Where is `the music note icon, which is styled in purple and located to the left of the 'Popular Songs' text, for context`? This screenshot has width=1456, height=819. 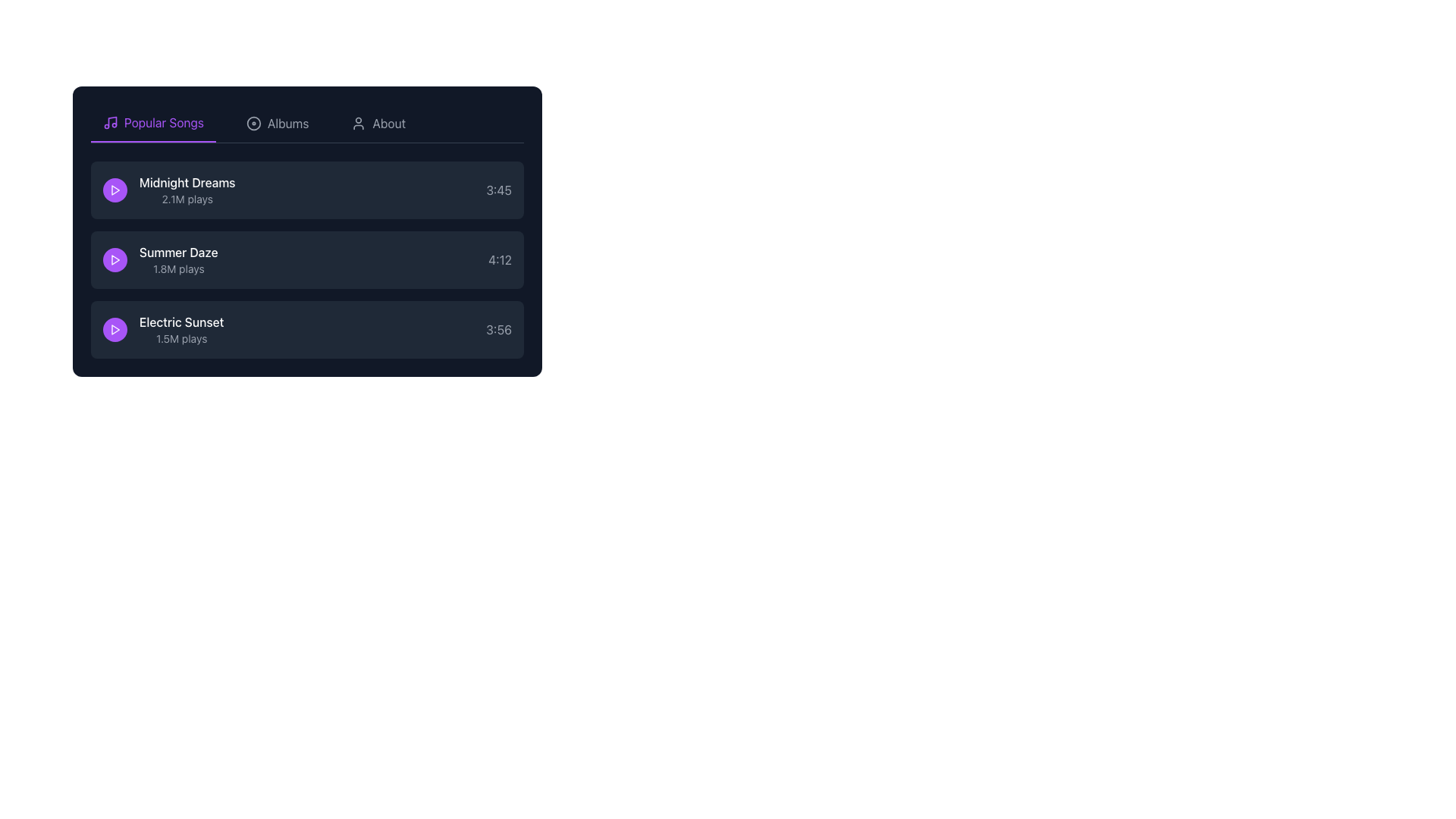 the music note icon, which is styled in purple and located to the left of the 'Popular Songs' text, for context is located at coordinates (109, 122).